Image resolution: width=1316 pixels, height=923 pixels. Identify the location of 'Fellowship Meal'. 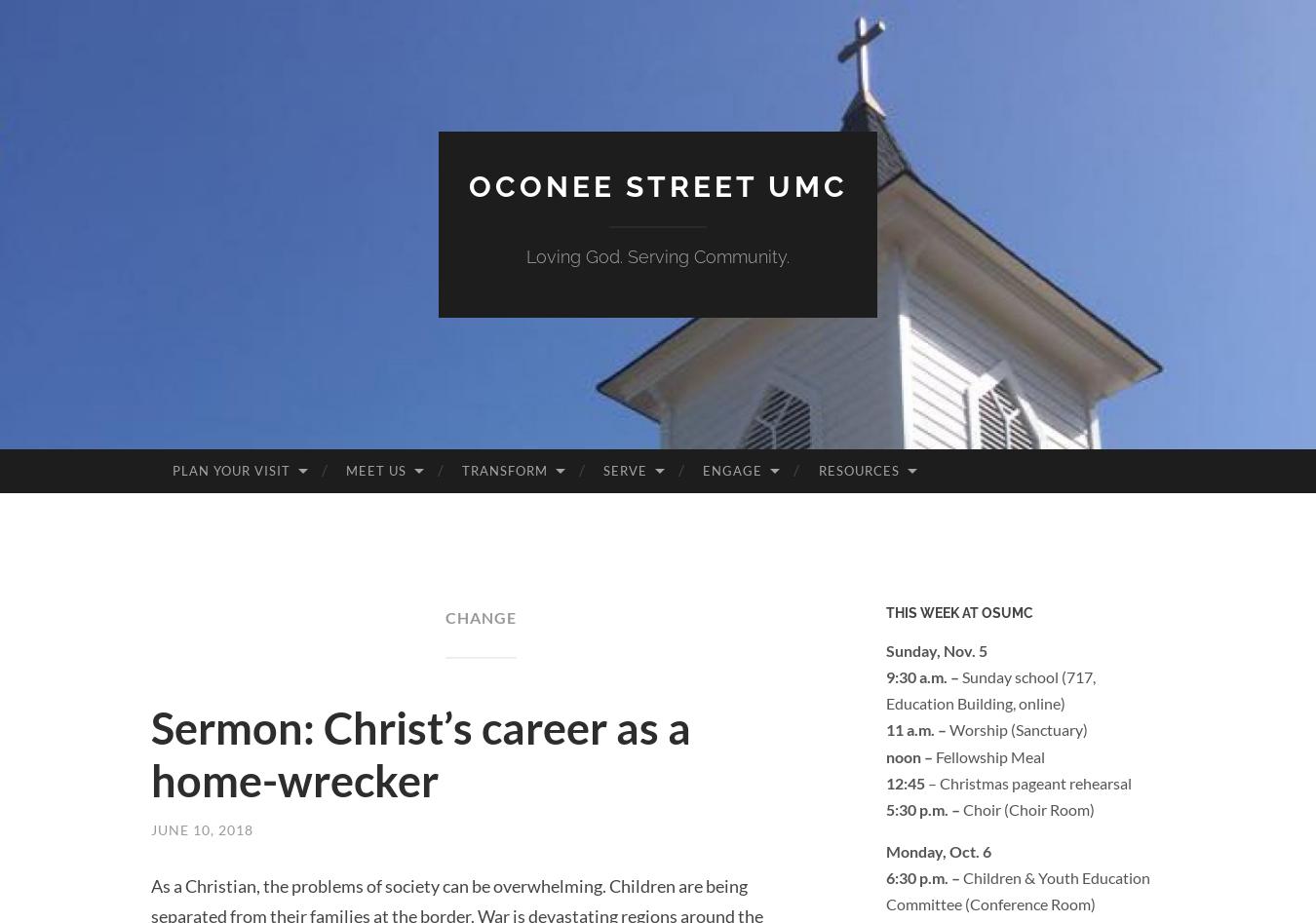
(990, 755).